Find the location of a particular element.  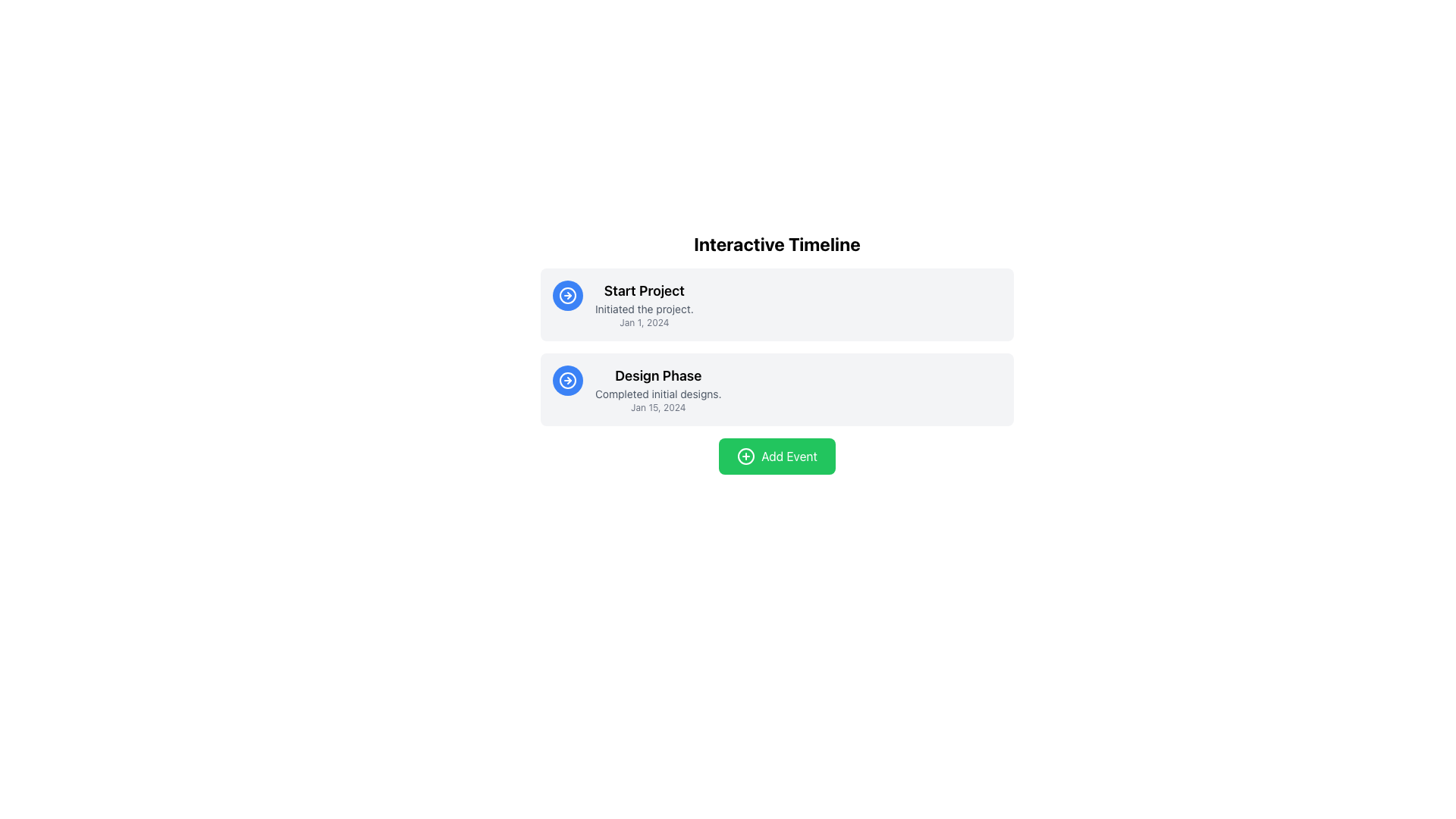

the static text label that states 'Completed initial designs.' which is located between the header 'Design Phase' and the date 'Jan 15, 2024' in the timeline interface is located at coordinates (658, 394).